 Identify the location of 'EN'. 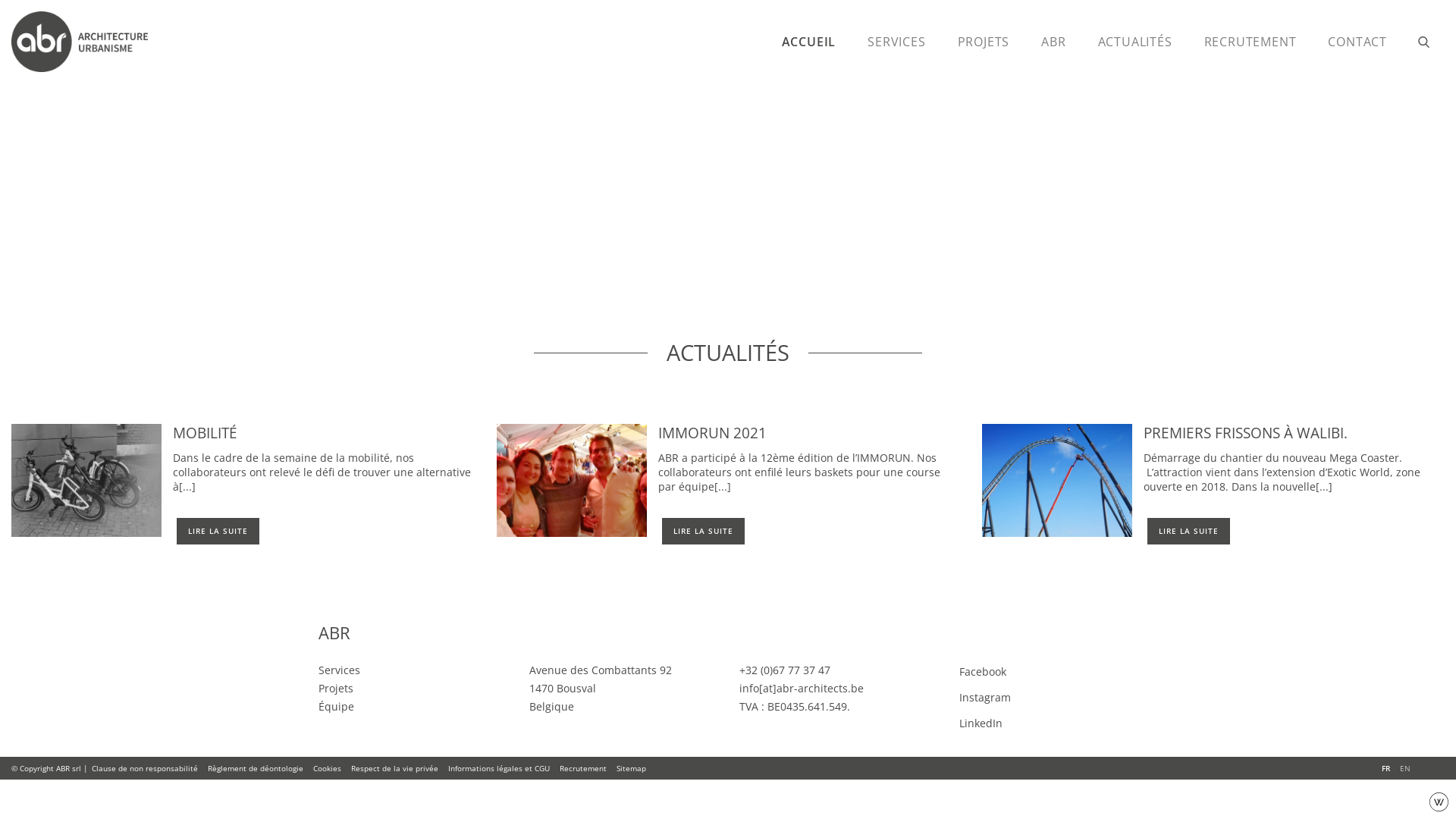
(1404, 768).